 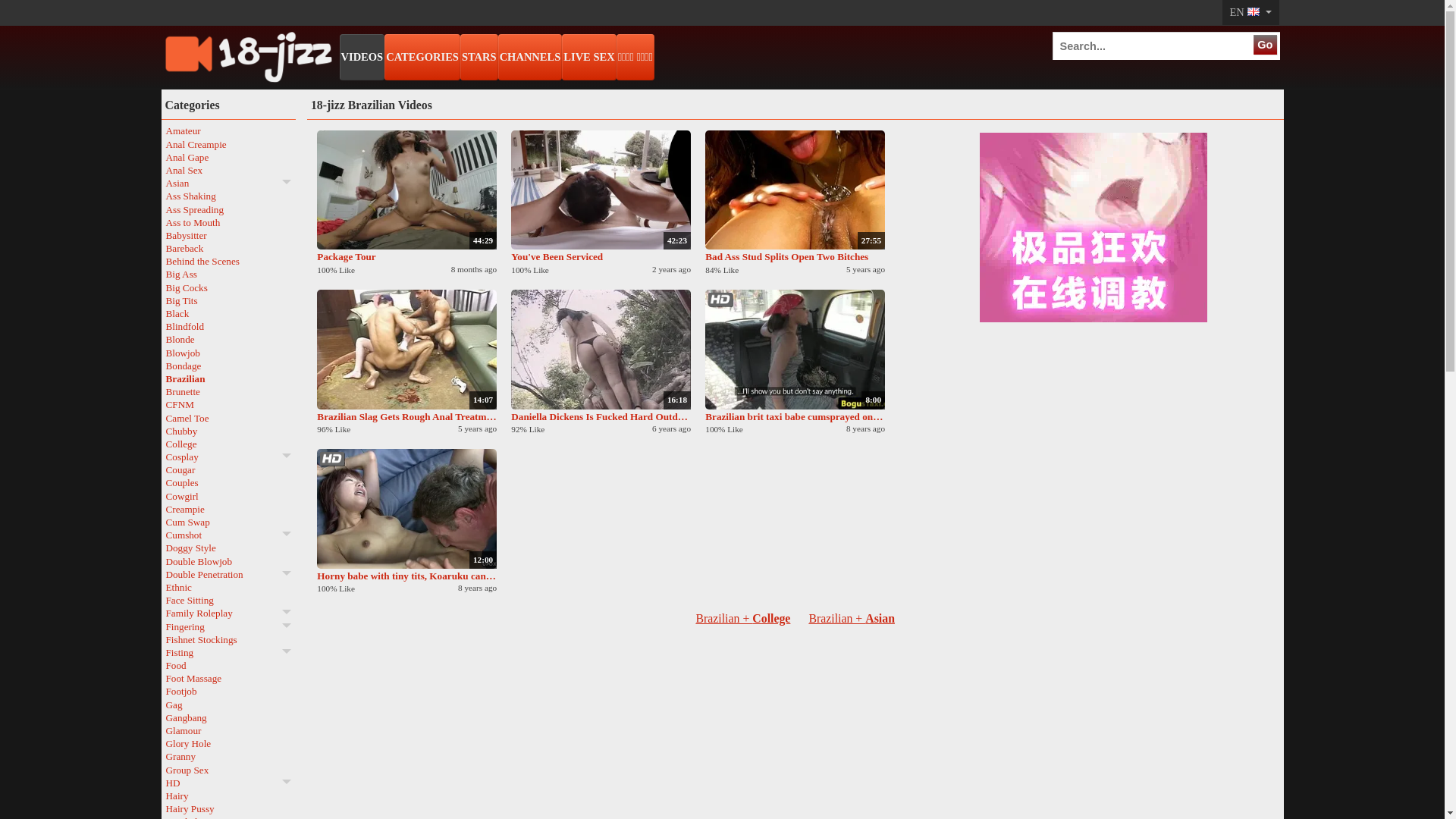 What do you see at coordinates (227, 509) in the screenshot?
I see `'Creampie'` at bounding box center [227, 509].